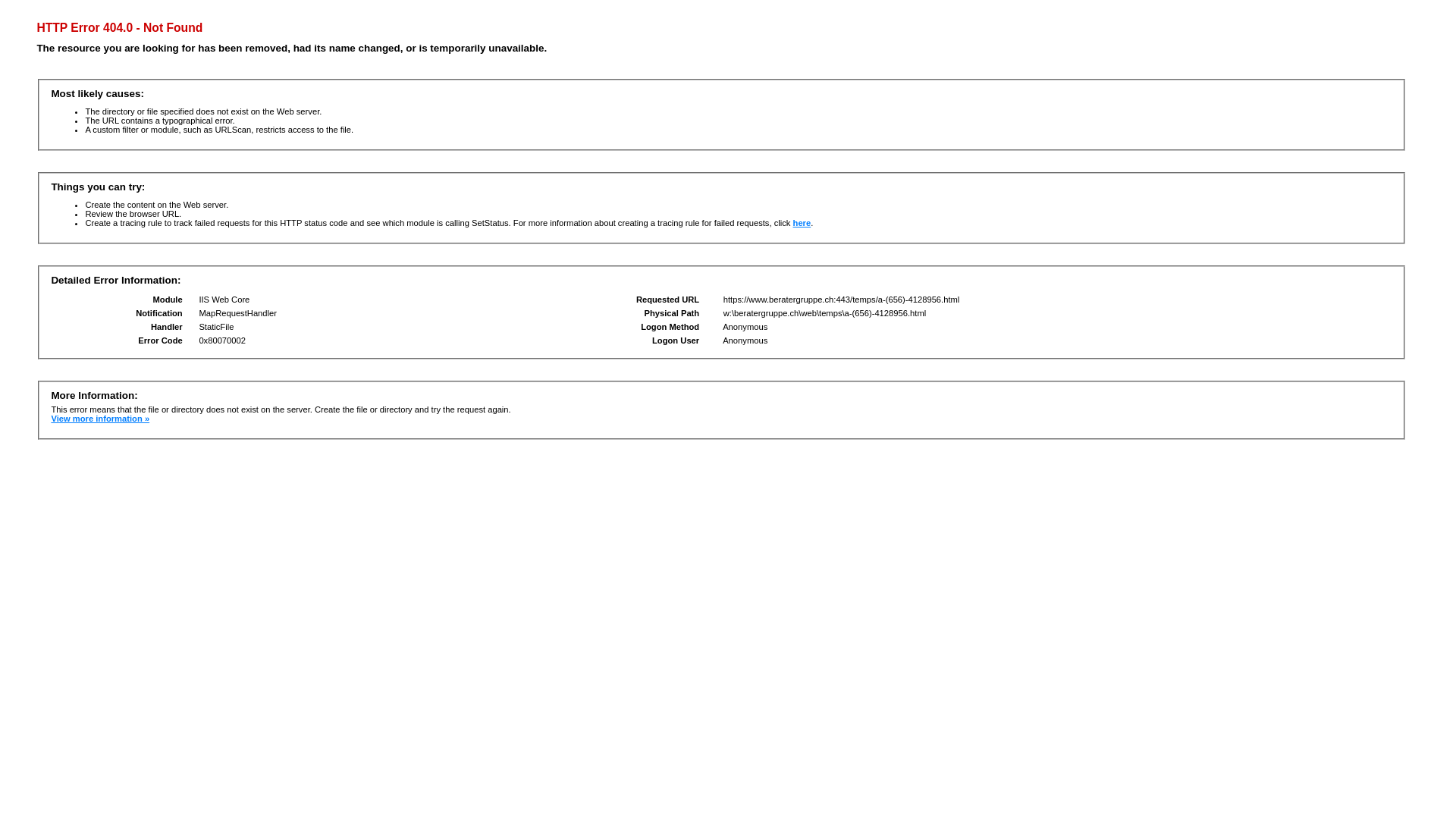 This screenshot has width=1456, height=819. What do you see at coordinates (801, 222) in the screenshot?
I see `'here'` at bounding box center [801, 222].